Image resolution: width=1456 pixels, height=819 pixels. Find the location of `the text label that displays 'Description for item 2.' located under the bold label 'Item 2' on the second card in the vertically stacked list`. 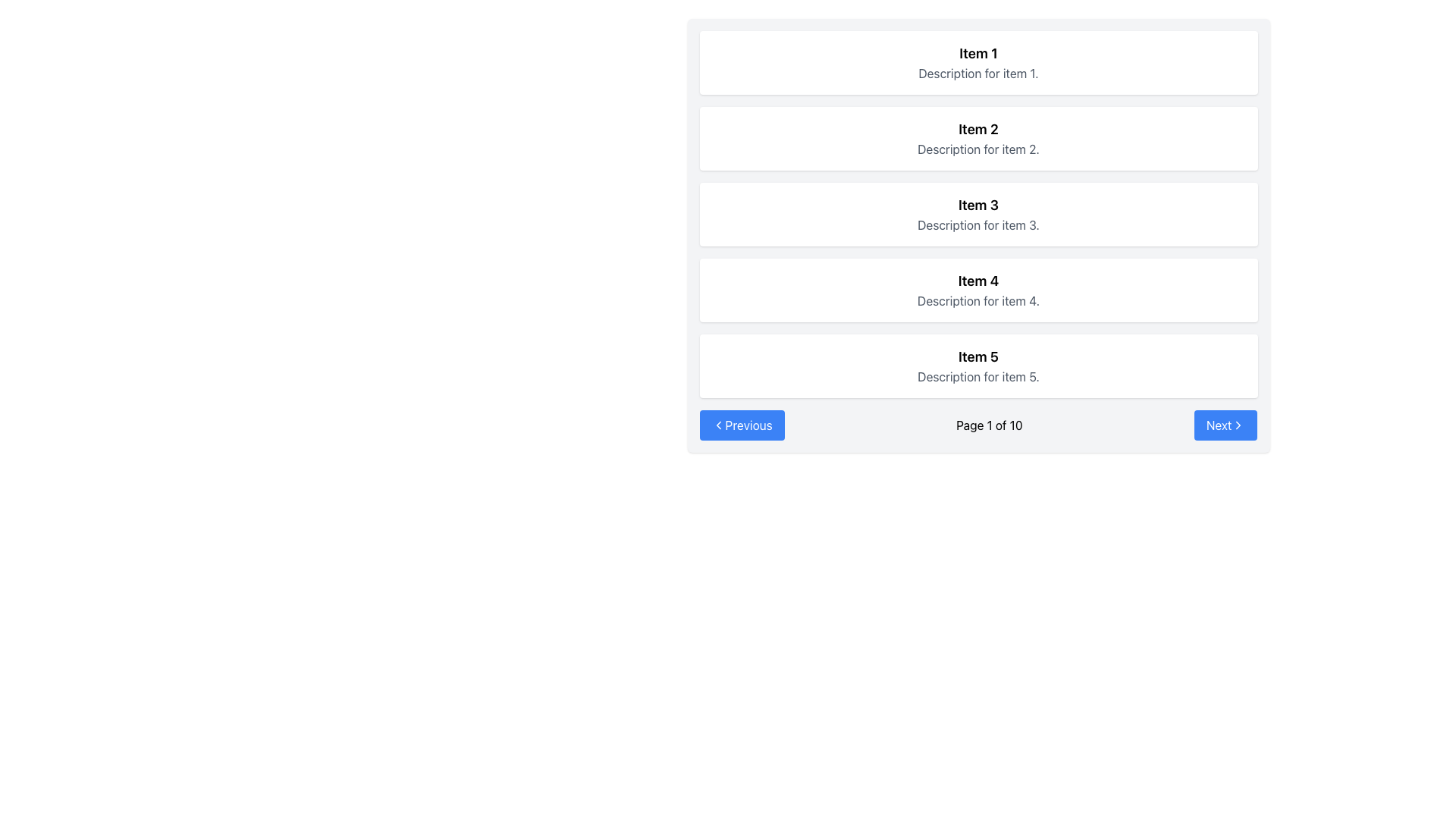

the text label that displays 'Description for item 2.' located under the bold label 'Item 2' on the second card in the vertically stacked list is located at coordinates (978, 149).